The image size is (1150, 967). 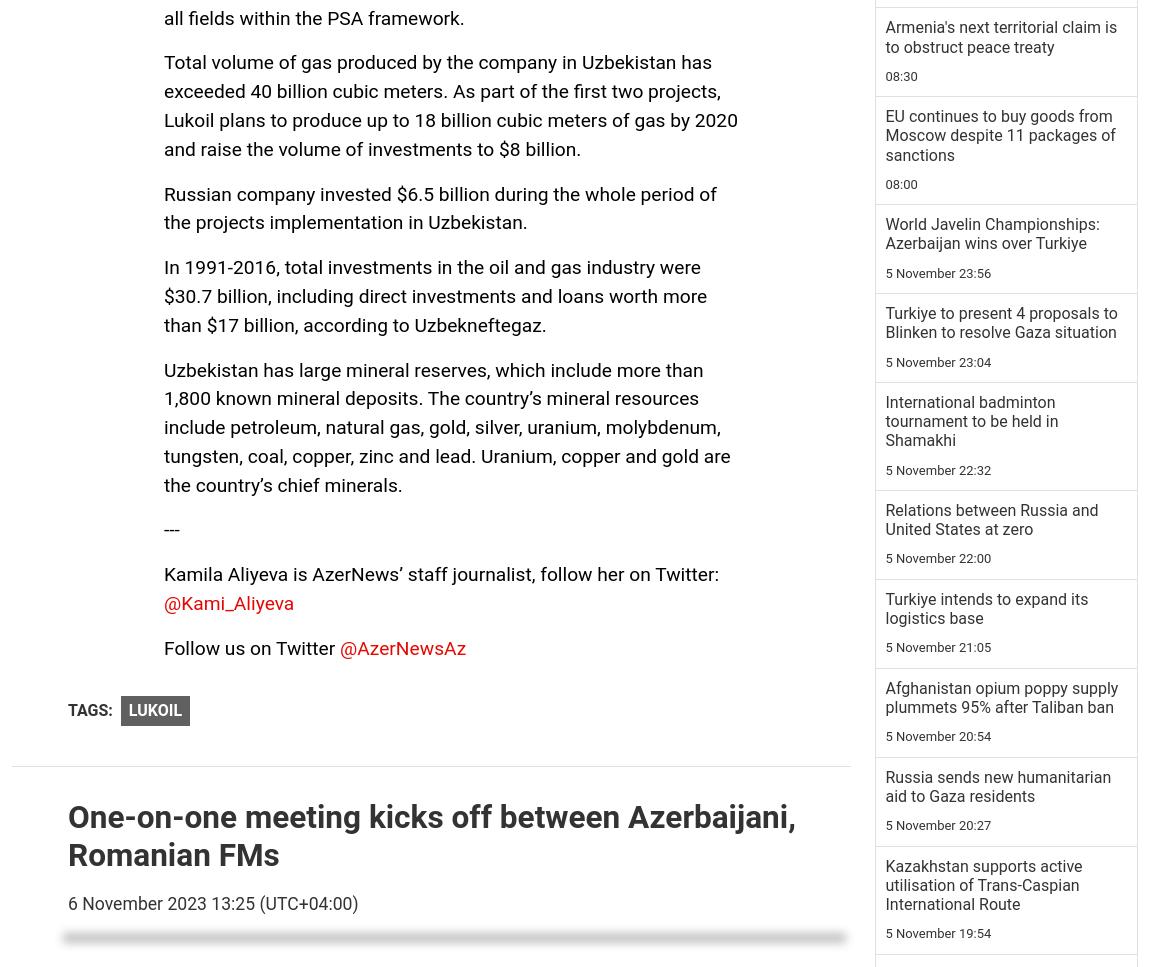 What do you see at coordinates (938, 531) in the screenshot?
I see `'5 November 14:26'` at bounding box center [938, 531].